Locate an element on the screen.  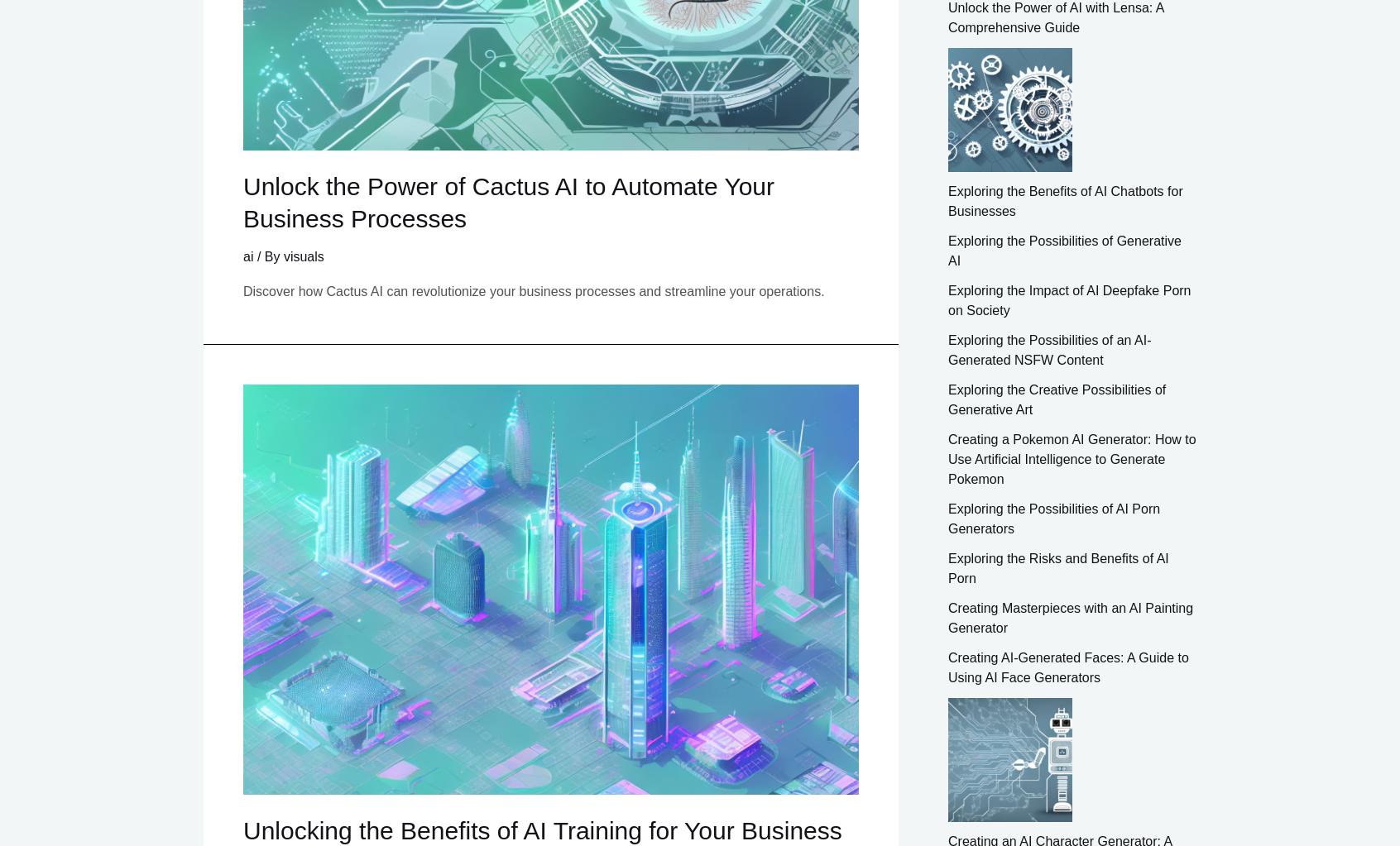
'Creating AI-Generated Faces: A Guide to Using AI Face Generators' is located at coordinates (1067, 667).